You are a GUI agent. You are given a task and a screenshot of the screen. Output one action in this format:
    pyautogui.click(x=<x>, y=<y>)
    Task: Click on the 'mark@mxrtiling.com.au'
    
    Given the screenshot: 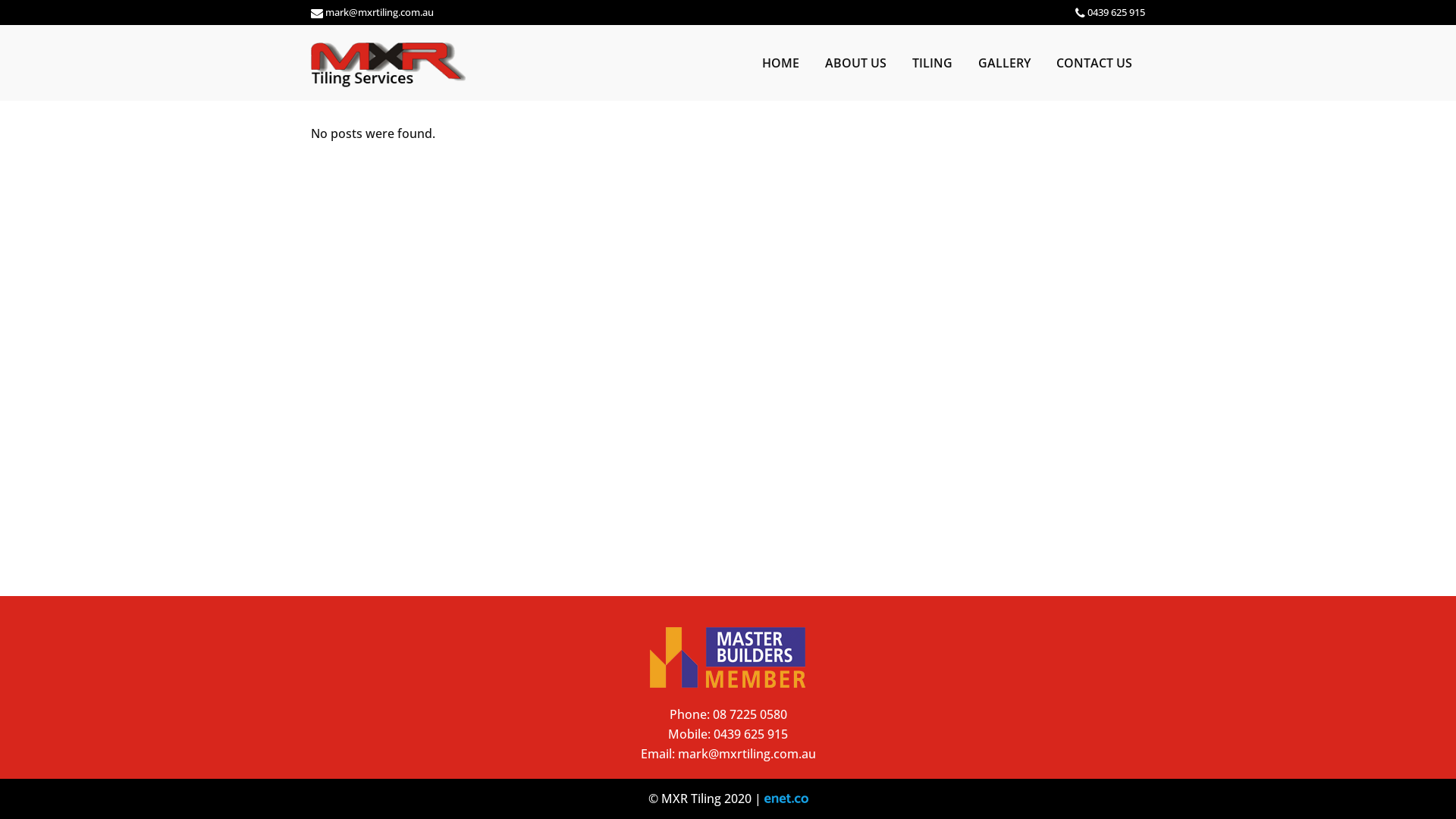 What is the action you would take?
    pyautogui.click(x=379, y=11)
    